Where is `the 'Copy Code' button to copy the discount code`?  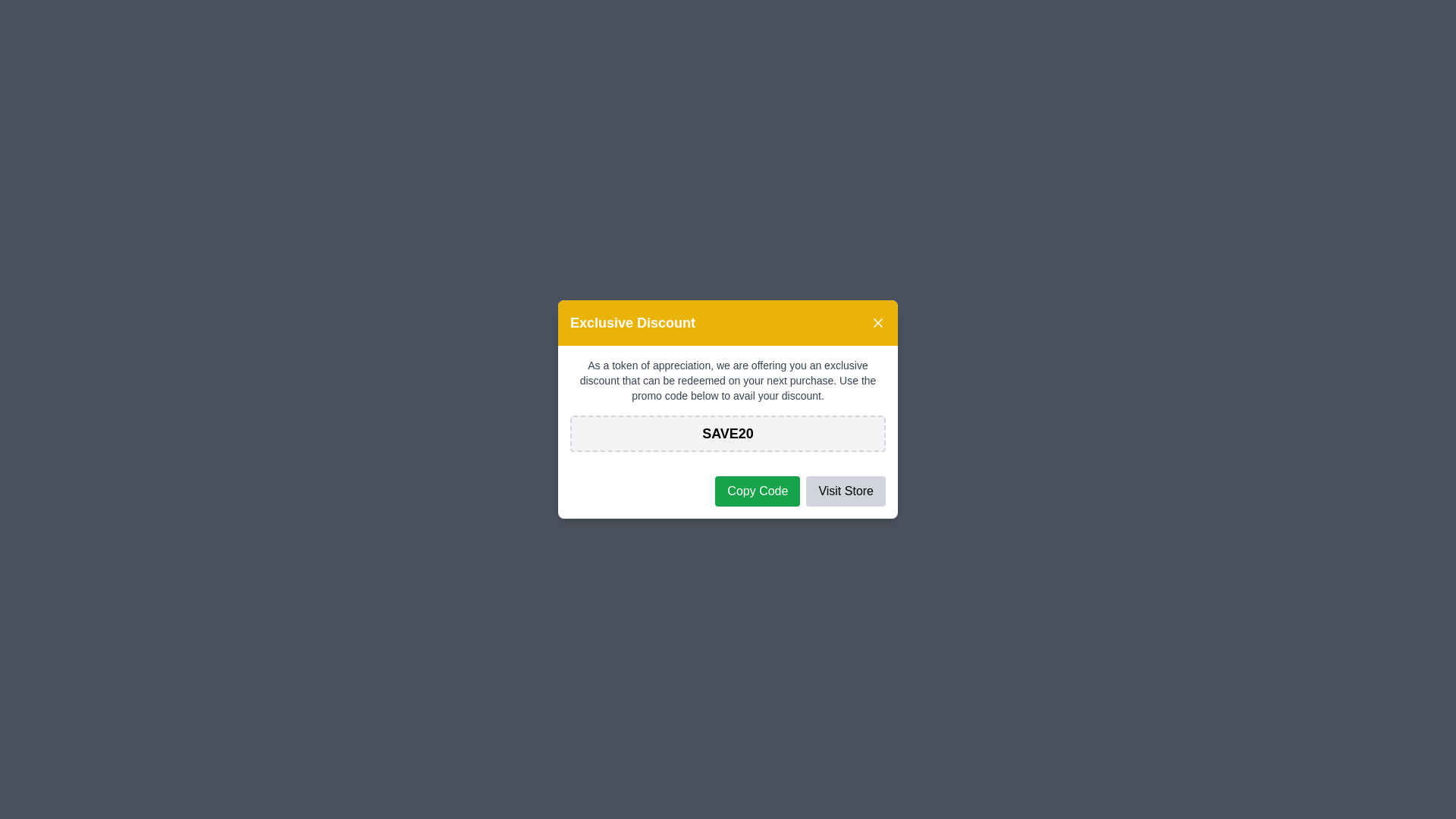
the 'Copy Code' button to copy the discount code is located at coordinates (757, 491).